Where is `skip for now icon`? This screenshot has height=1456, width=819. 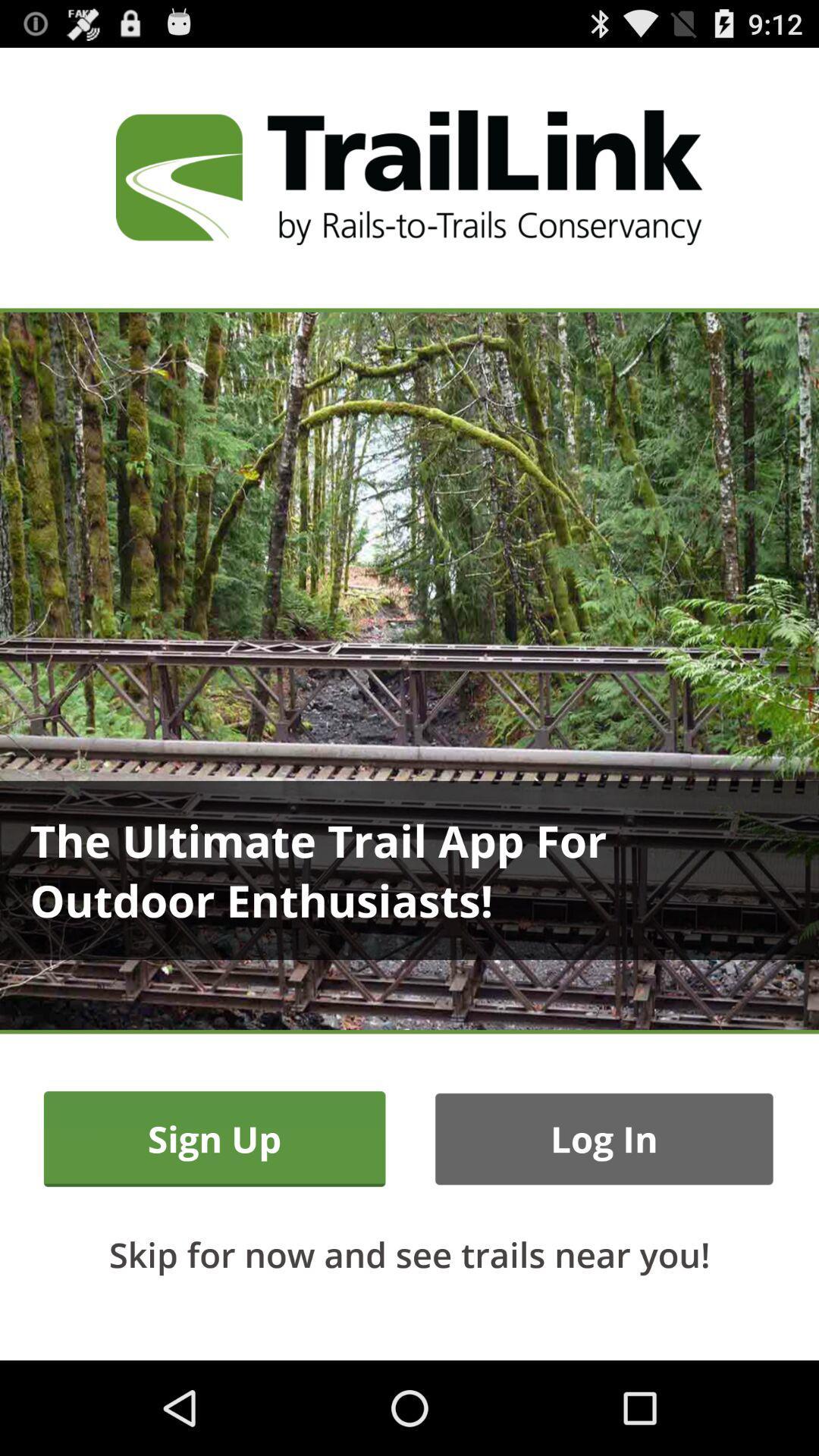 skip for now icon is located at coordinates (409, 1254).